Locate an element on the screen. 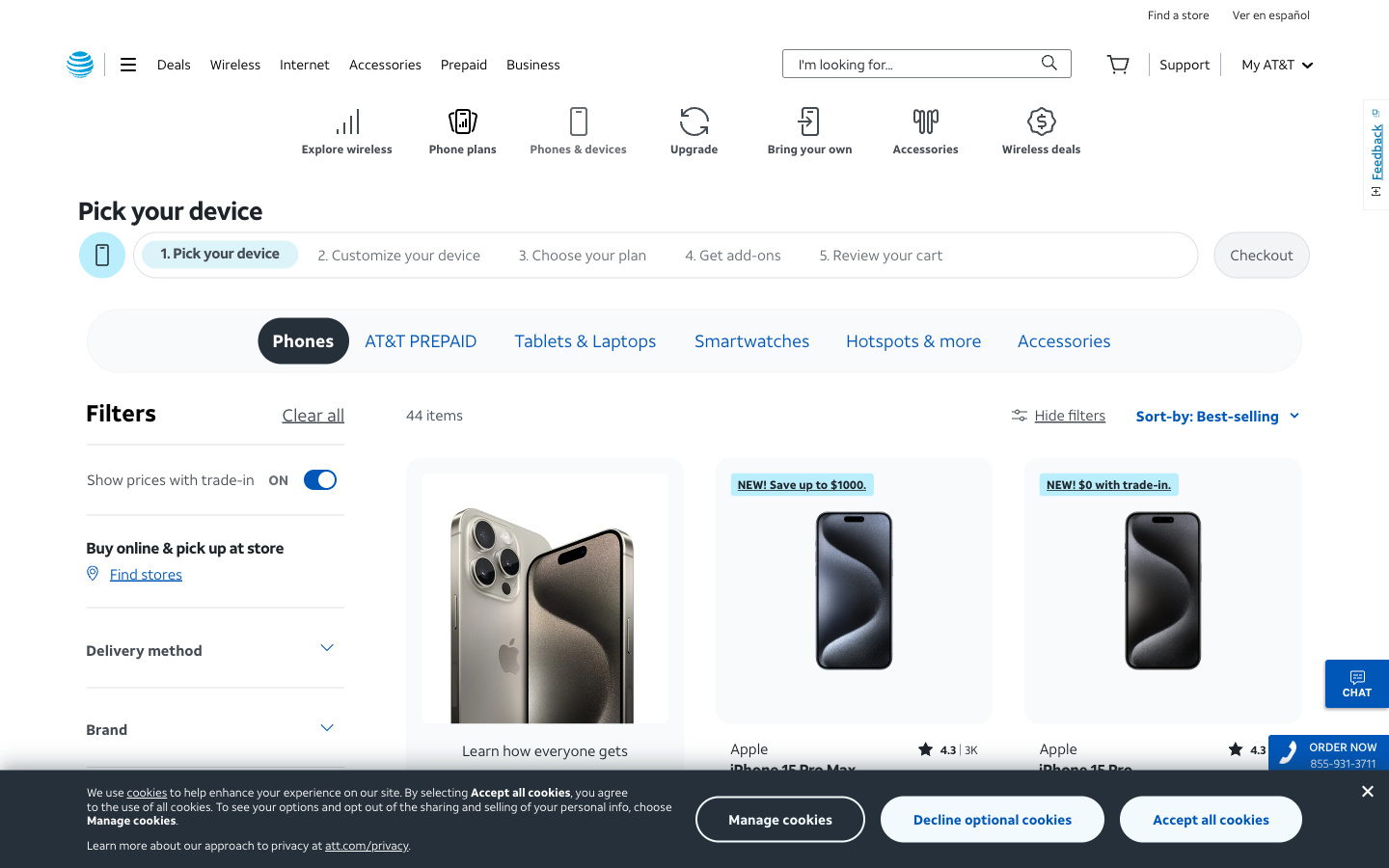 The image size is (1389, 868). From My-AT&T dropdown, choose the very first selection is located at coordinates (1275, 63).